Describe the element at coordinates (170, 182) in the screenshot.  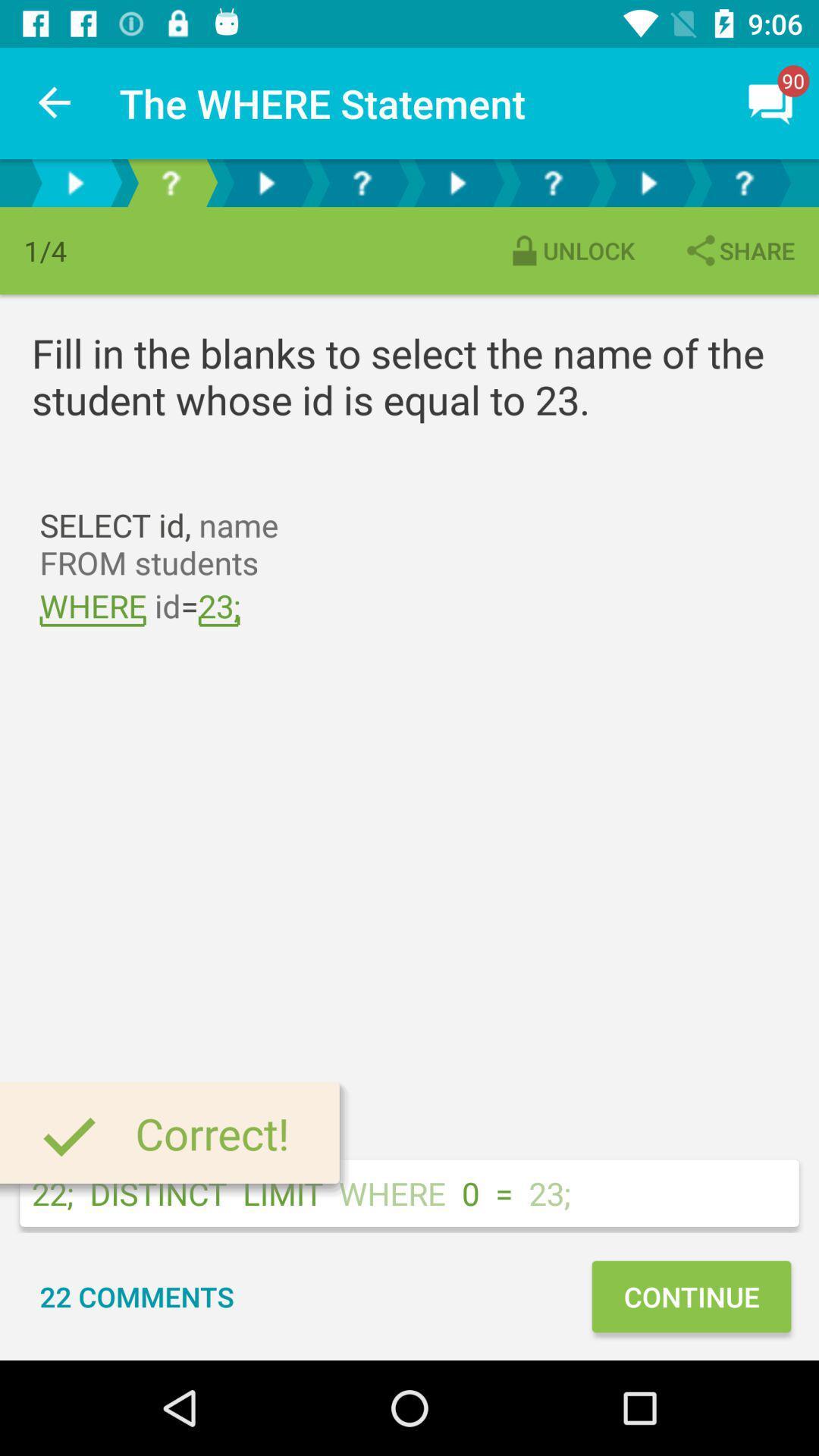
I see `help` at that location.